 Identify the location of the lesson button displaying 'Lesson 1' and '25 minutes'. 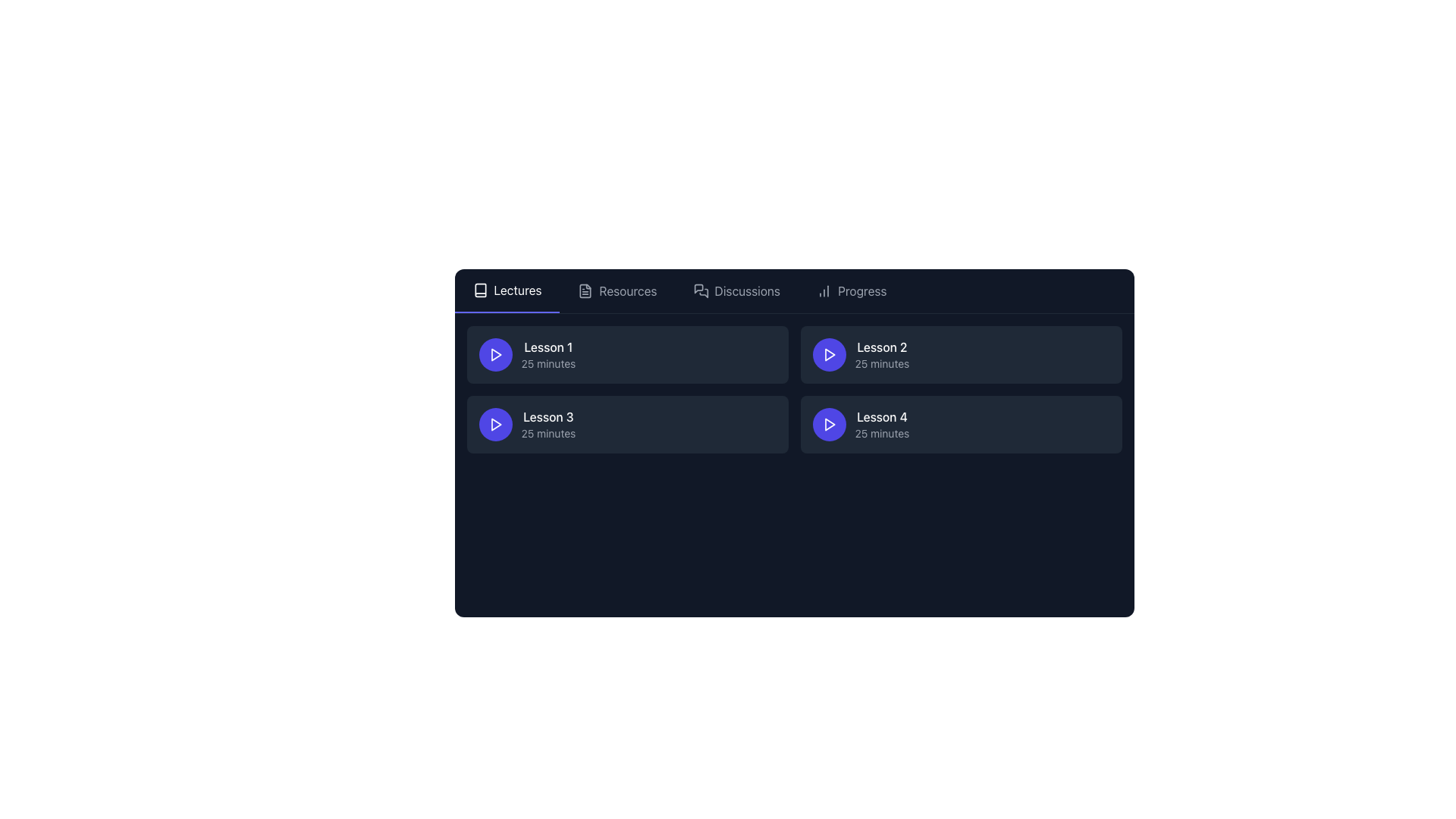
(627, 354).